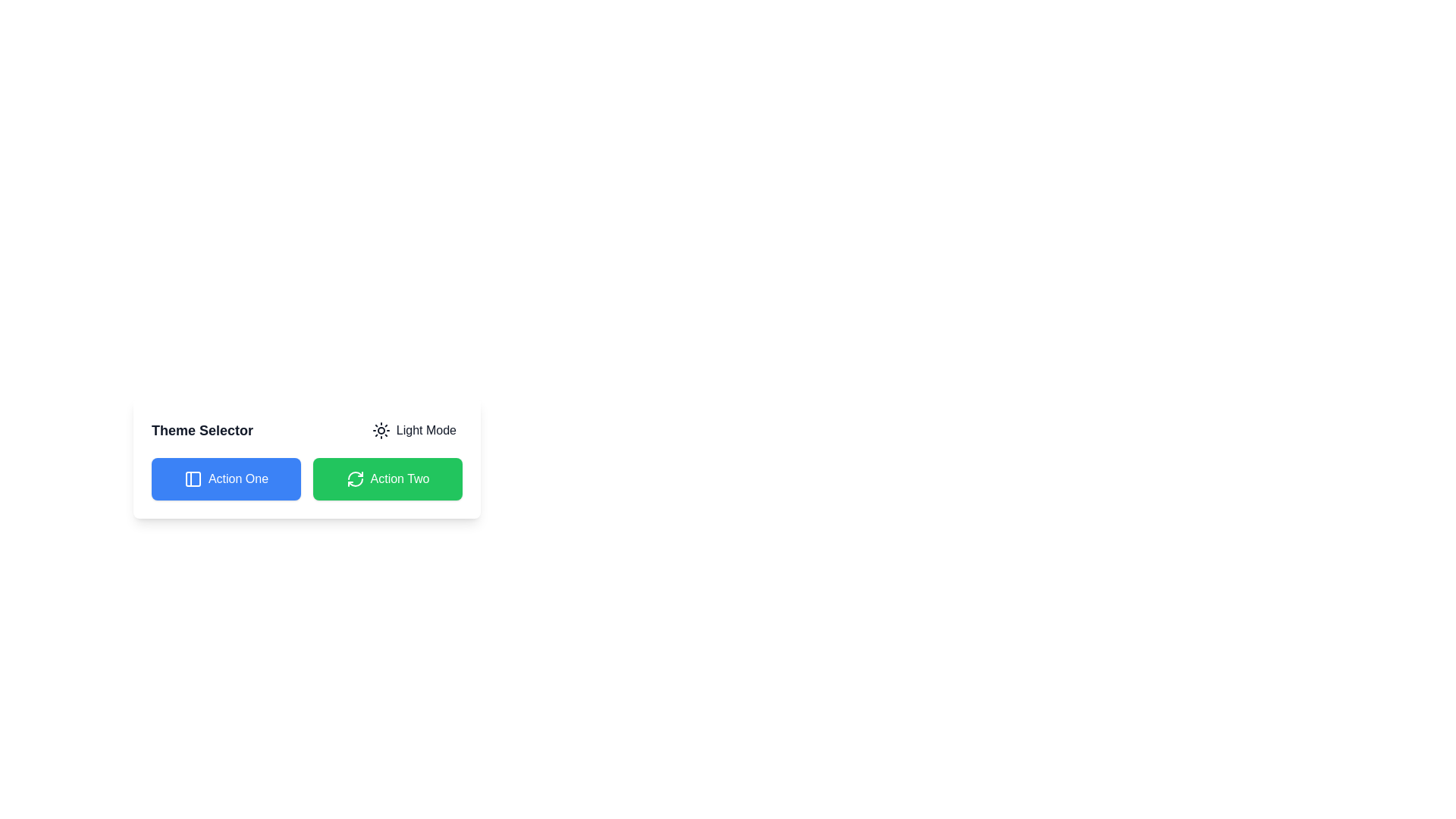  What do you see at coordinates (414, 430) in the screenshot?
I see `the 'Light Mode' button, which is a rectangular button with a sun icon, positioned to the right of the 'Theme Selector' text` at bounding box center [414, 430].